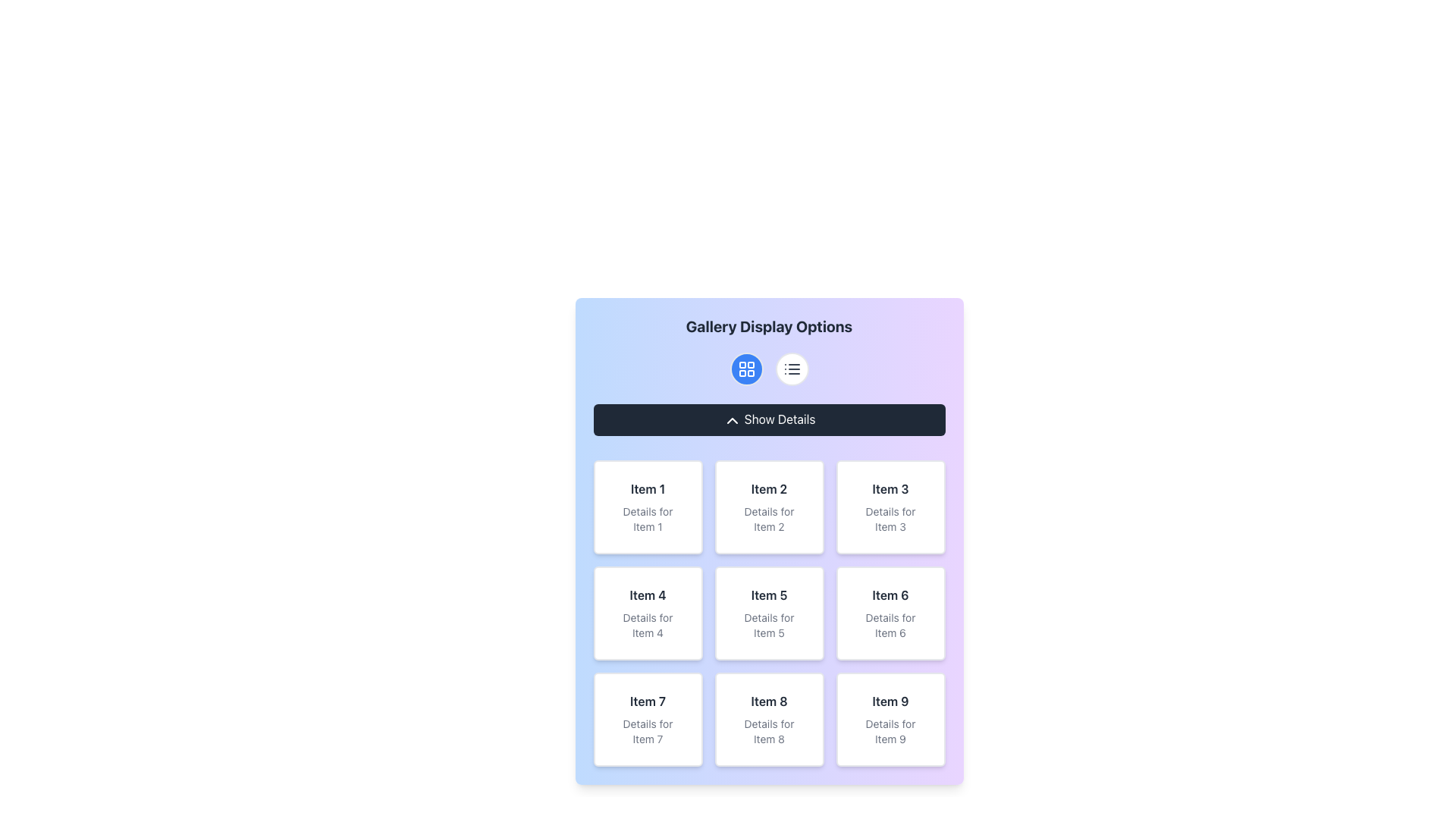 This screenshot has height=819, width=1456. What do you see at coordinates (890, 612) in the screenshot?
I see `the sixth card in the three-column grid that displays information about 'Item 6', located in the bottom-right corner of the middle row` at bounding box center [890, 612].